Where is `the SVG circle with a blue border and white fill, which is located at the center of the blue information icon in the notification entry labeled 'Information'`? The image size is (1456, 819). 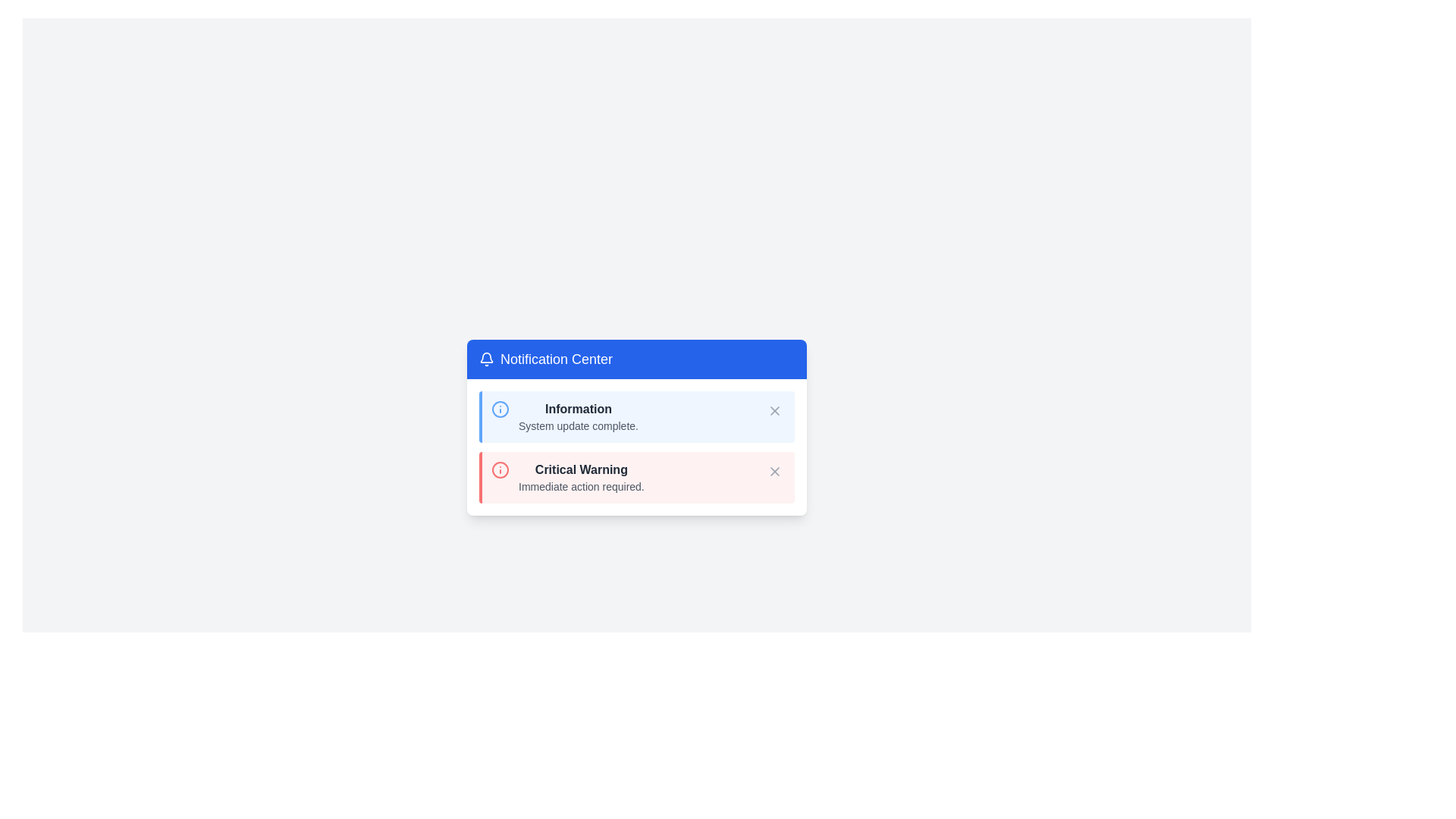
the SVG circle with a blue border and white fill, which is located at the center of the blue information icon in the notification entry labeled 'Information' is located at coordinates (500, 409).